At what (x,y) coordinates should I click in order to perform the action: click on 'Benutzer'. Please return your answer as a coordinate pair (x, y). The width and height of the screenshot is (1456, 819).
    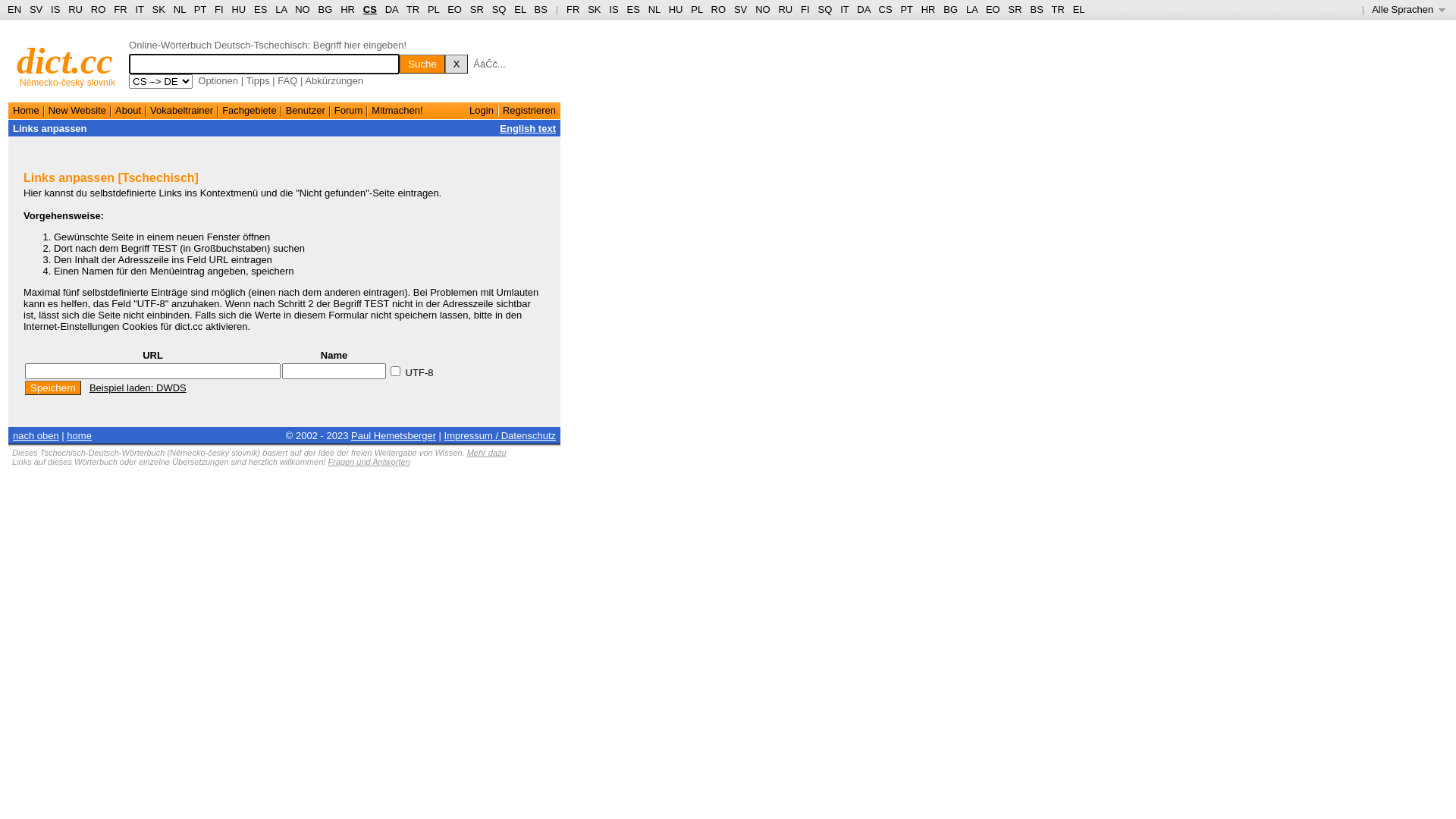
    Looking at the image, I should click on (305, 109).